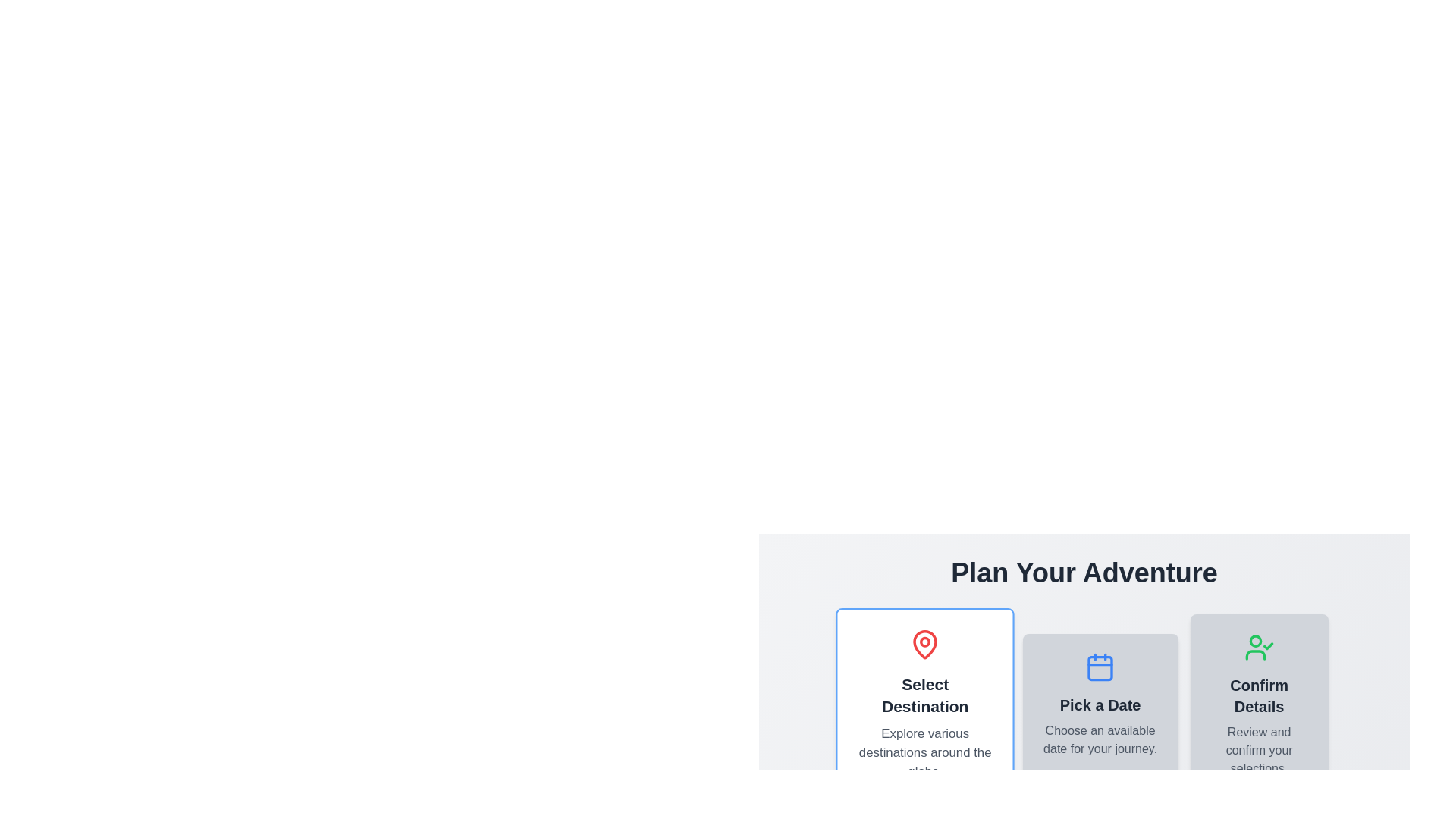 This screenshot has width=1456, height=819. Describe the element at coordinates (1084, 642) in the screenshot. I see `the Informational card or step indicator located in the 'Plan Your Adventure' section, positioned between 'Select Destination' and 'Confirm Details'` at that location.